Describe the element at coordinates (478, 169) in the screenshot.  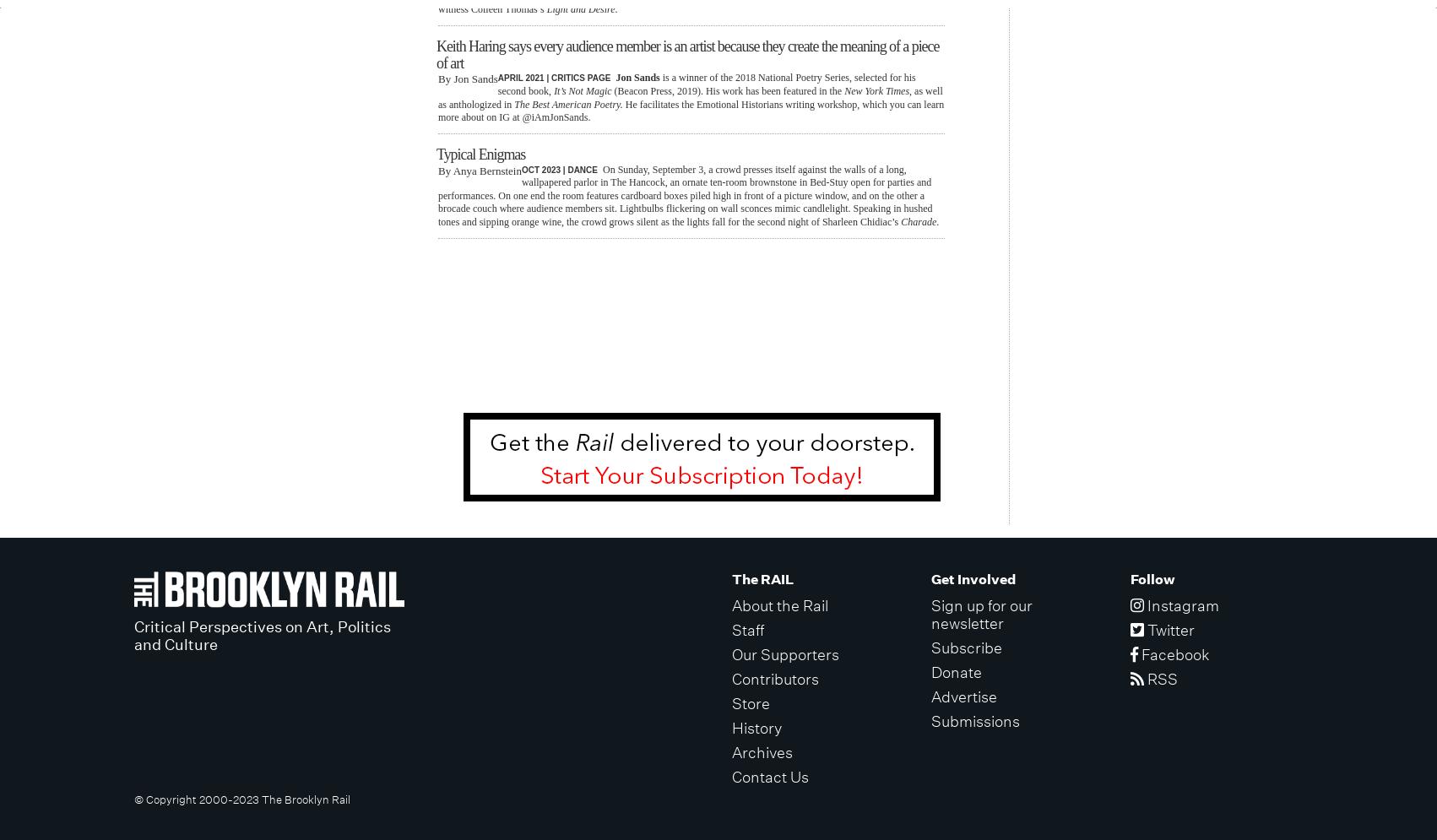
I see `'By Anya Bernstein'` at that location.